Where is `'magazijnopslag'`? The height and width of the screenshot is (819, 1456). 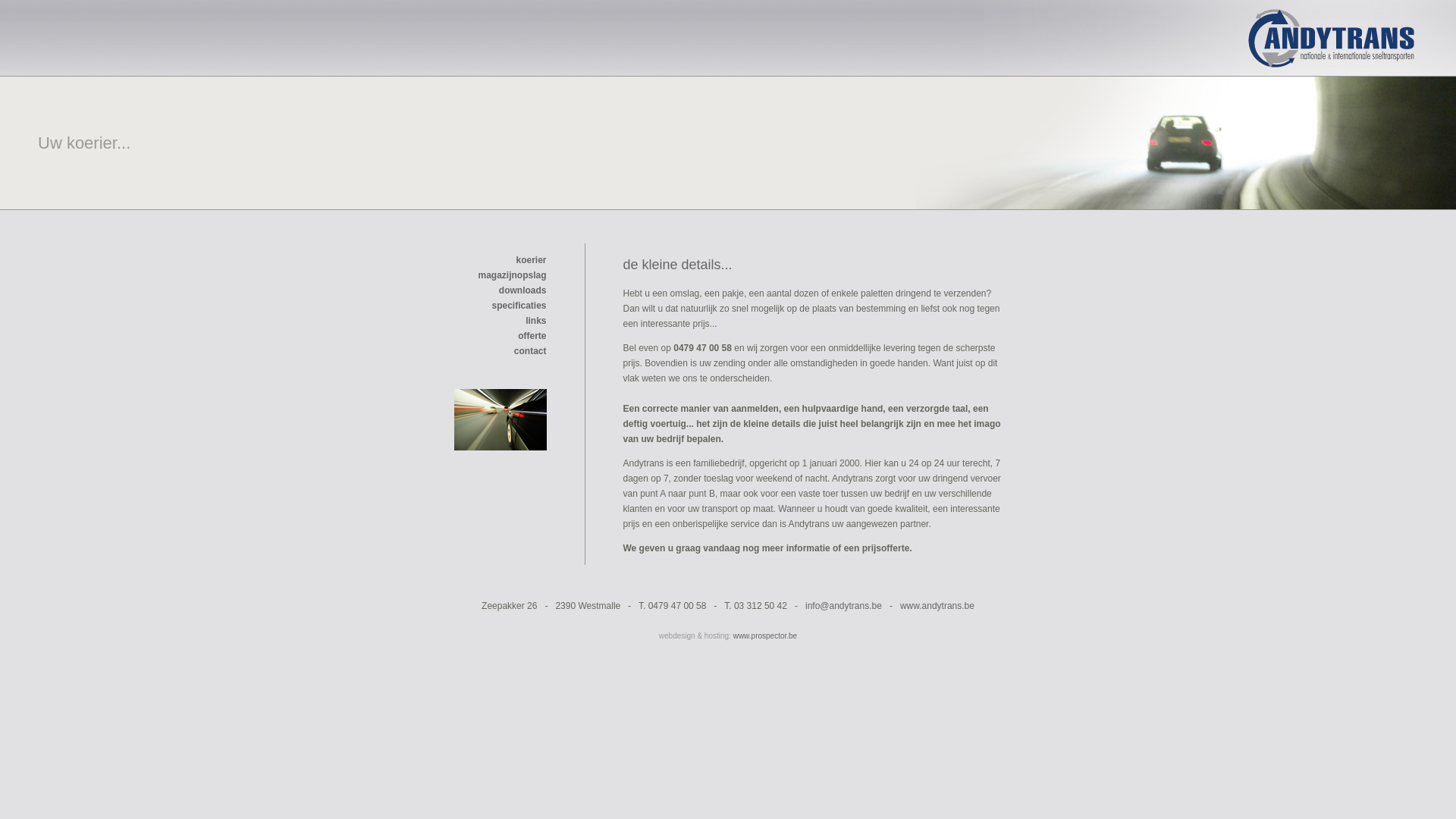
'magazijnopslag' is located at coordinates (512, 283).